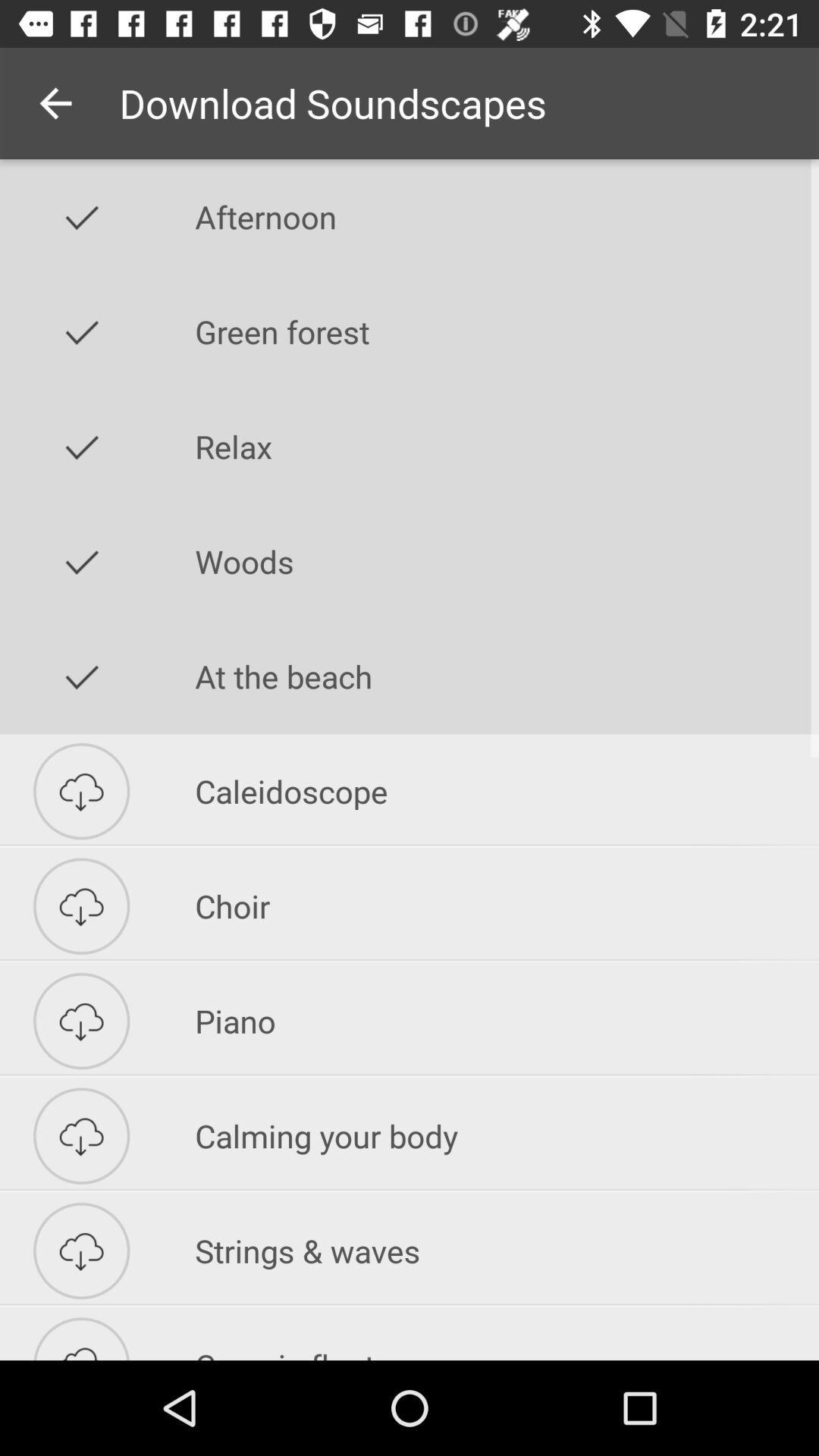 This screenshot has height=1456, width=819. I want to click on icon below the green forest icon, so click(507, 446).